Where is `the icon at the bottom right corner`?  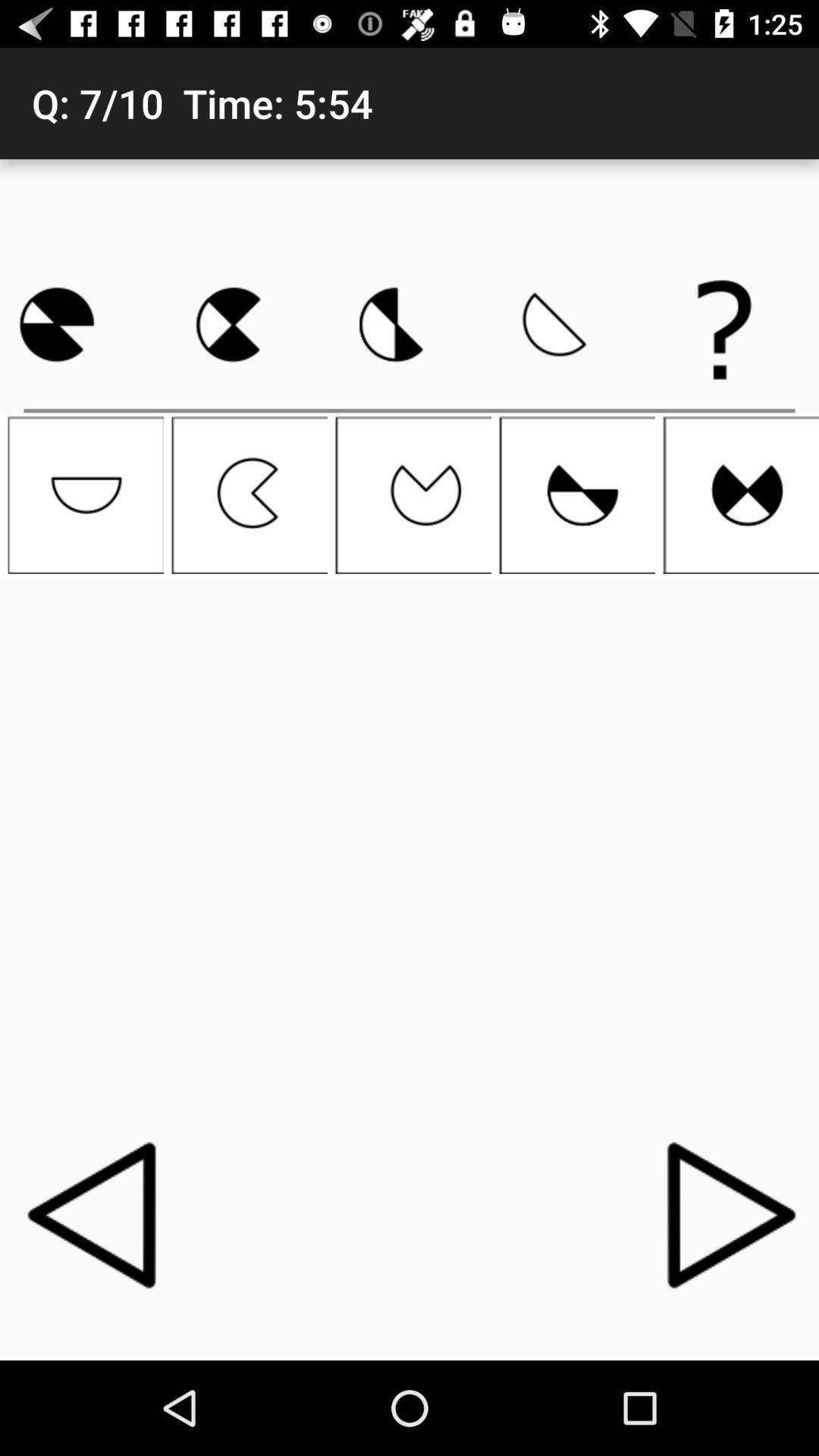
the icon at the bottom right corner is located at coordinates (722, 1214).